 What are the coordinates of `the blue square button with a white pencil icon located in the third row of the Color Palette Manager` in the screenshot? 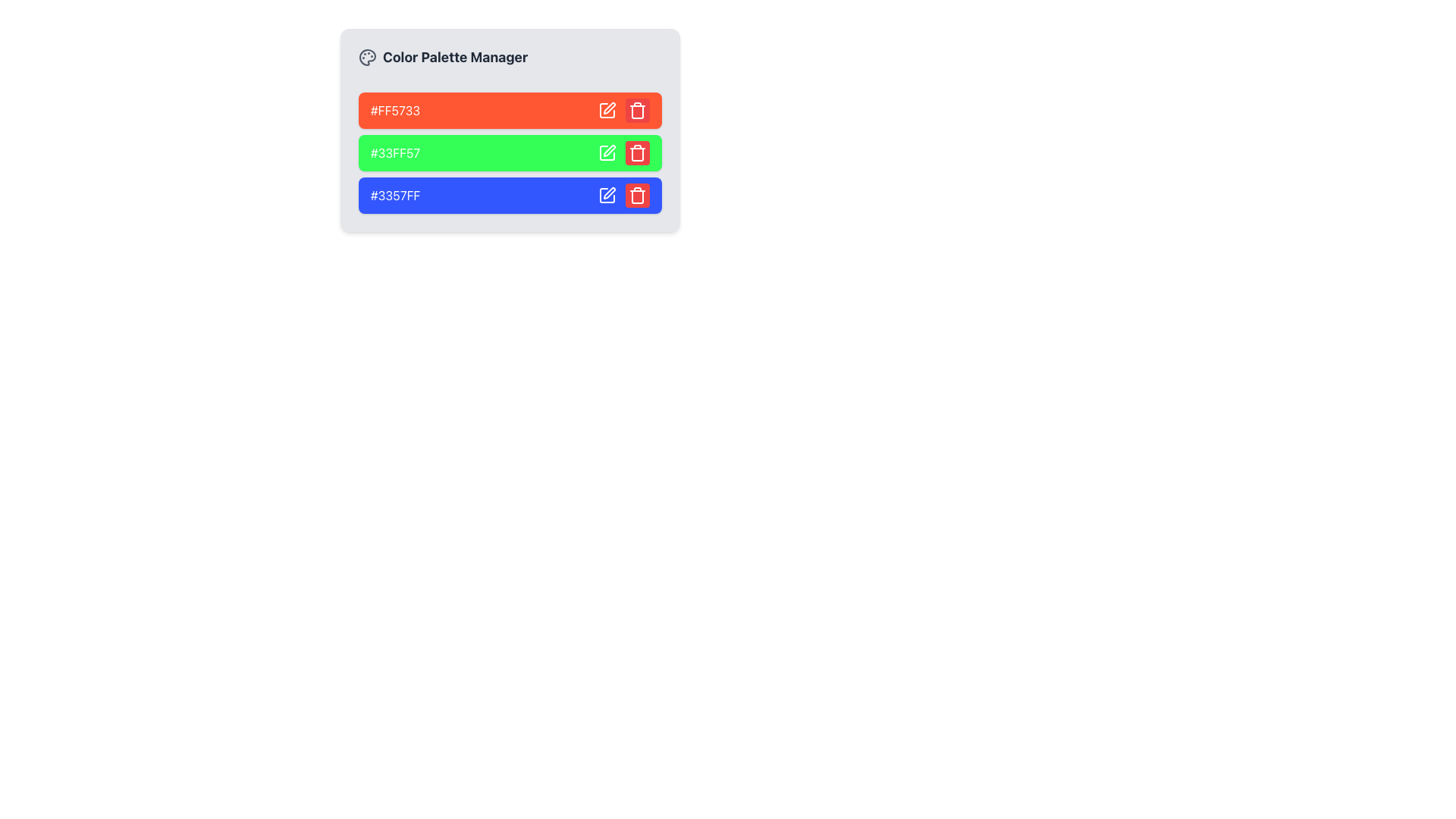 It's located at (607, 195).